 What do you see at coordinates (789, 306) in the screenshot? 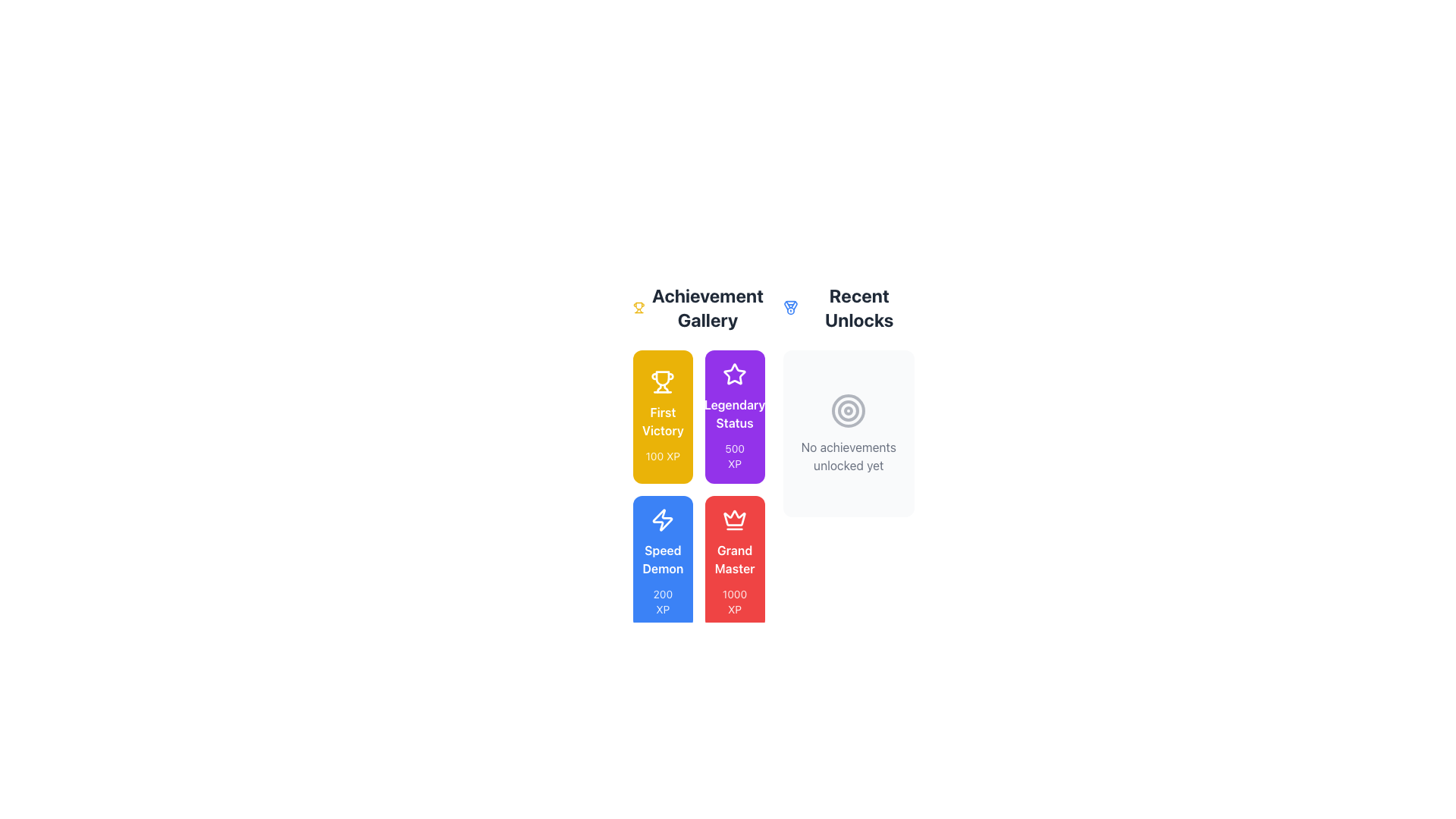
I see `the minimalistic vector badge icon resembling a medal located in the 'Recent Unlocks' section` at bounding box center [789, 306].